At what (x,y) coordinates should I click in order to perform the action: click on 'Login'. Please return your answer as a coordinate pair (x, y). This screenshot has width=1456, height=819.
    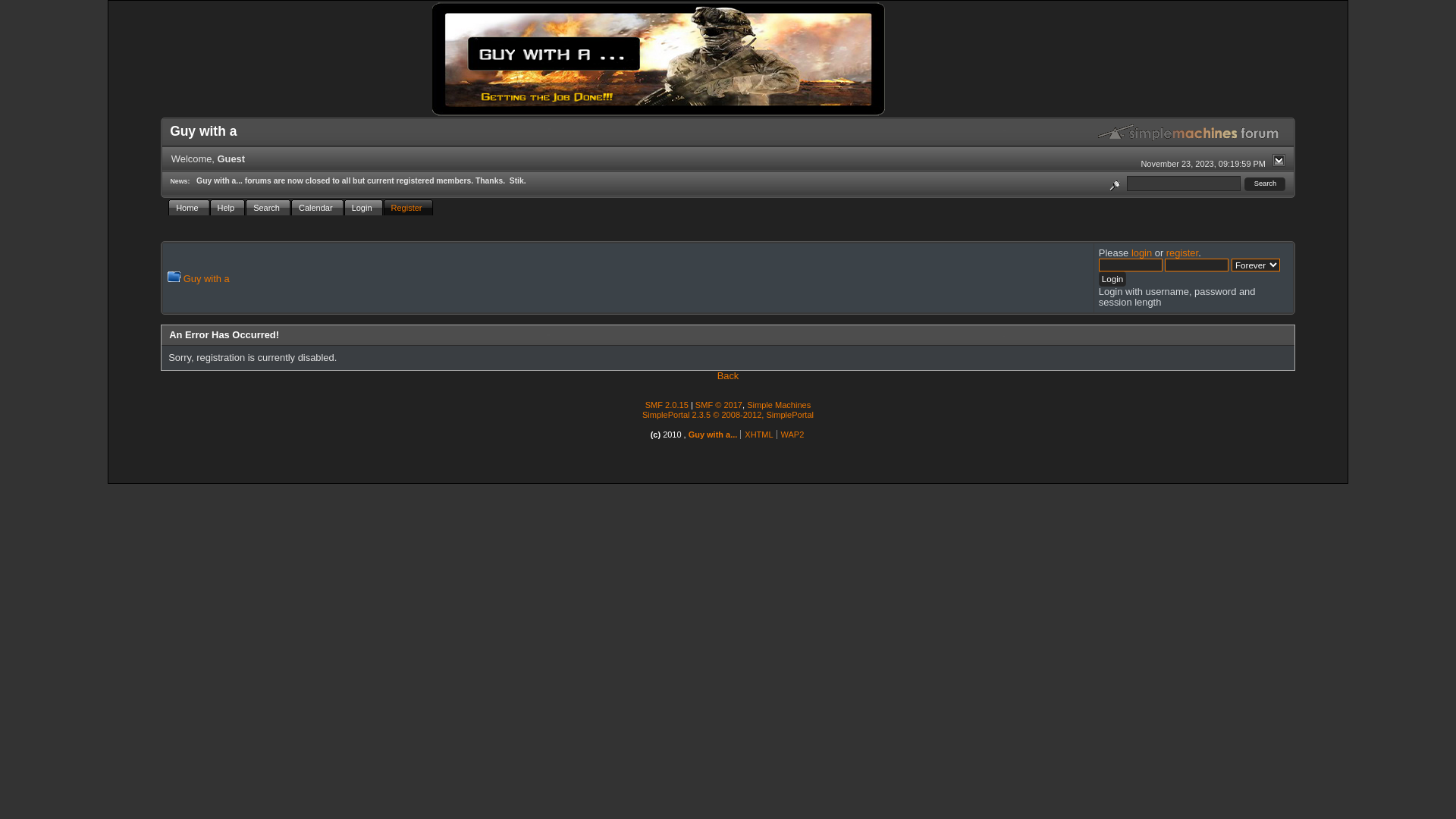
    Looking at the image, I should click on (344, 207).